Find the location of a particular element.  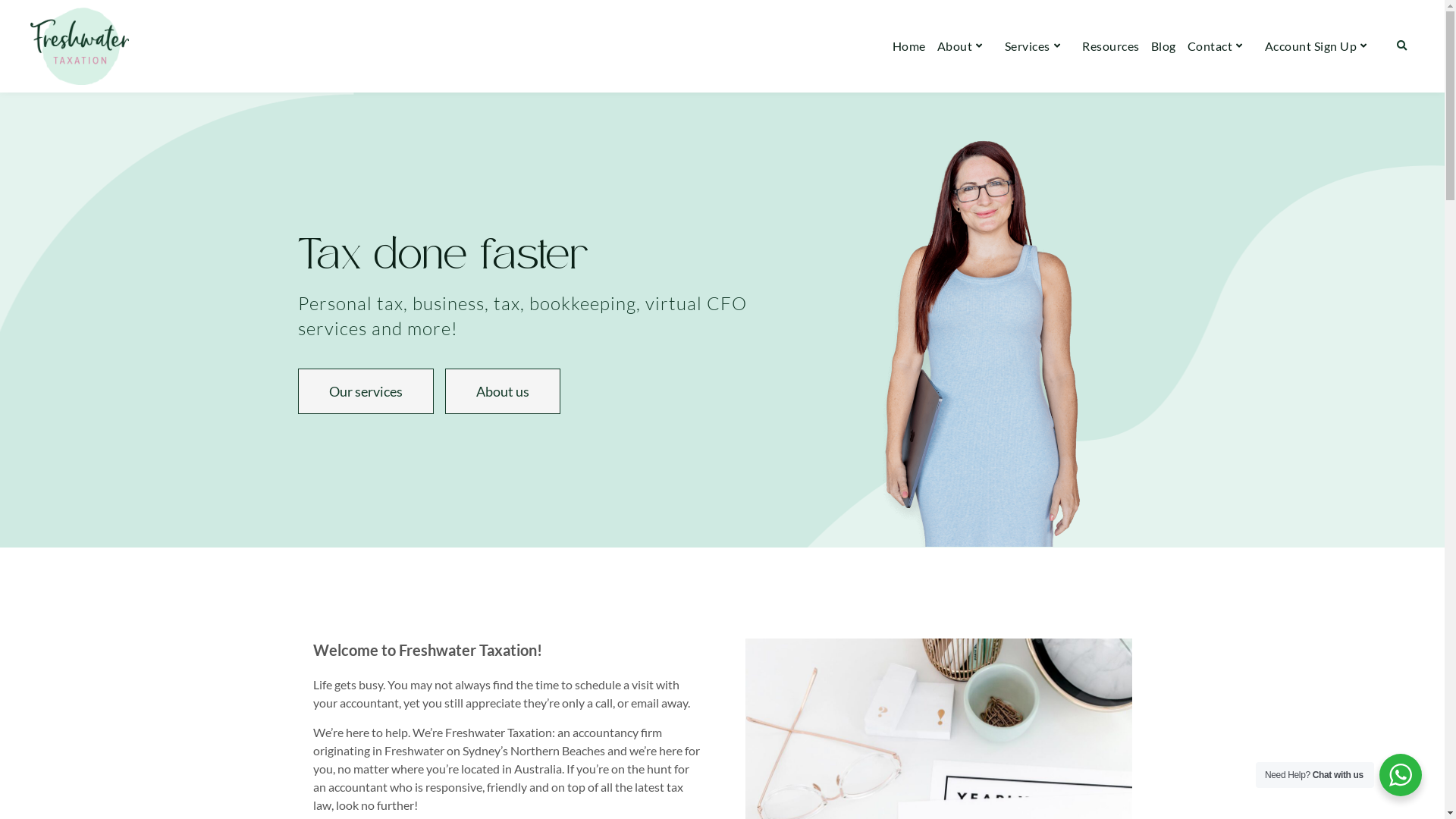

'Services' is located at coordinates (1037, 45).